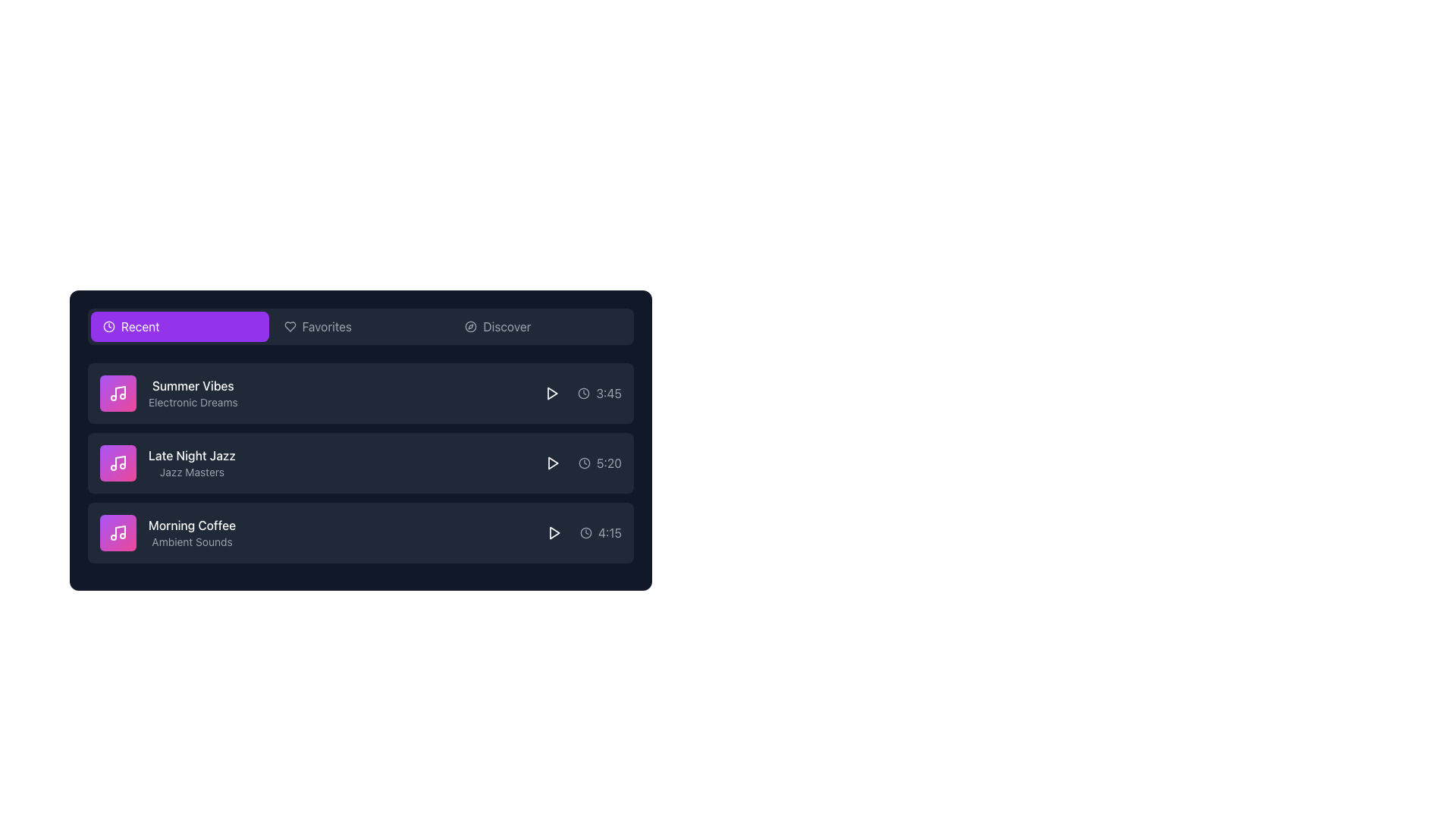 Image resolution: width=1456 pixels, height=819 pixels. Describe the element at coordinates (551, 462) in the screenshot. I see `the playback control button located to the left of the track duration '5:20' in the row for the track named 'Late Night Jazz' to initiate playback` at that location.